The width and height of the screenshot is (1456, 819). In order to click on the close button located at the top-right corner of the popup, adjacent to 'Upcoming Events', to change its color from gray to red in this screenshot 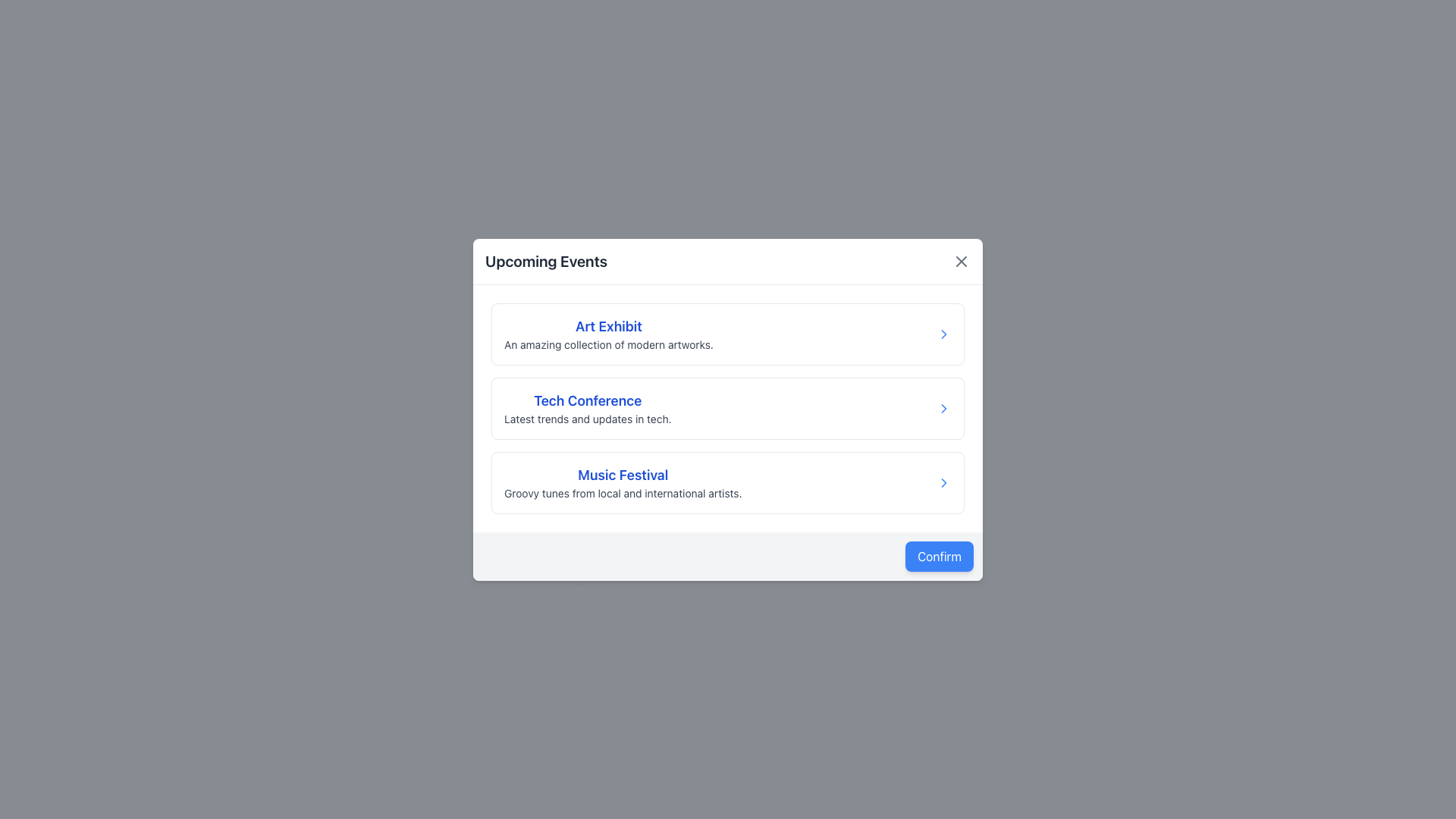, I will do `click(960, 260)`.